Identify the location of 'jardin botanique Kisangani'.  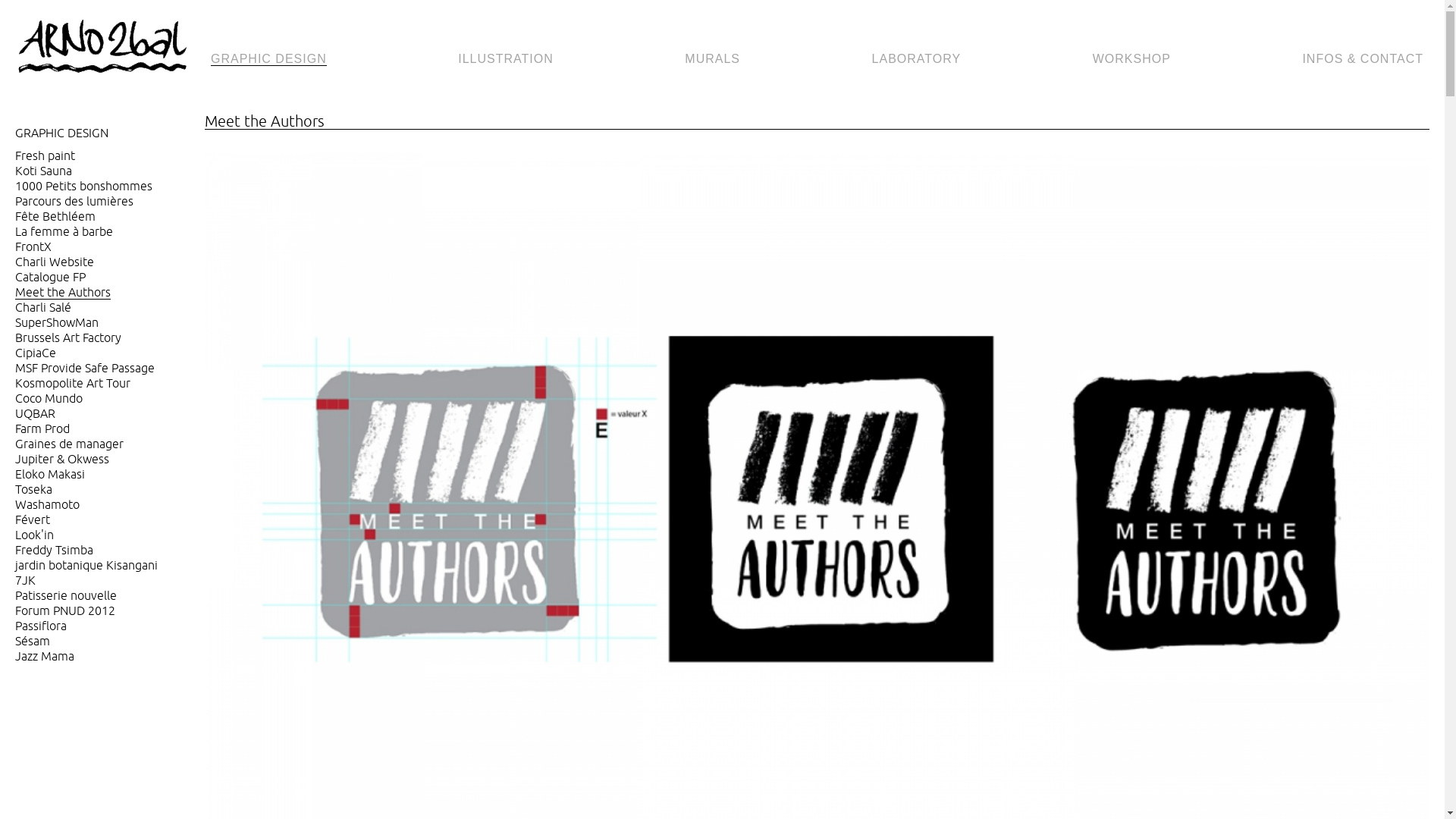
(14, 565).